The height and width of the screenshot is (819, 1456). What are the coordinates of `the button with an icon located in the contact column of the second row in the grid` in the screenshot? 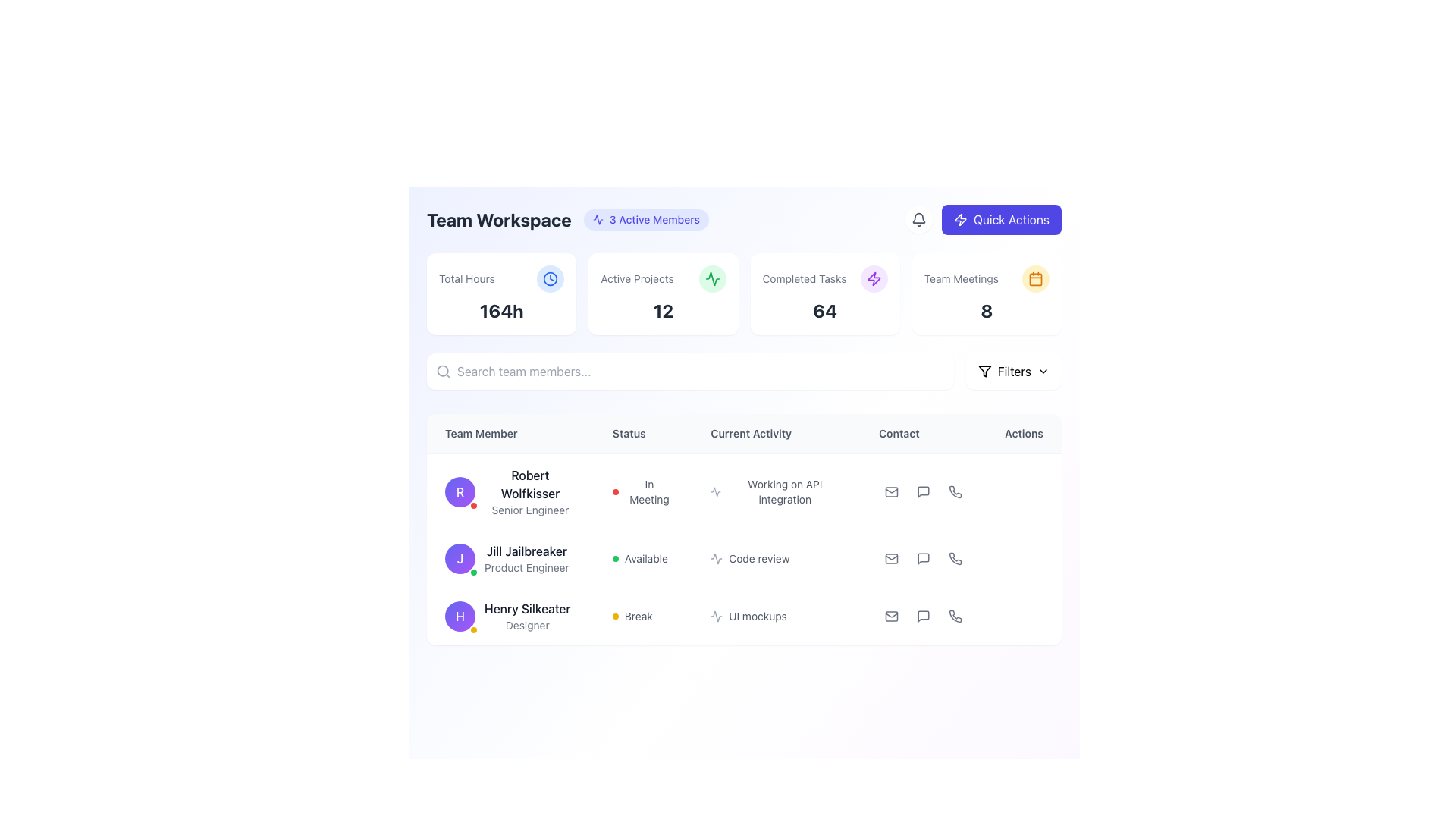 It's located at (923, 558).